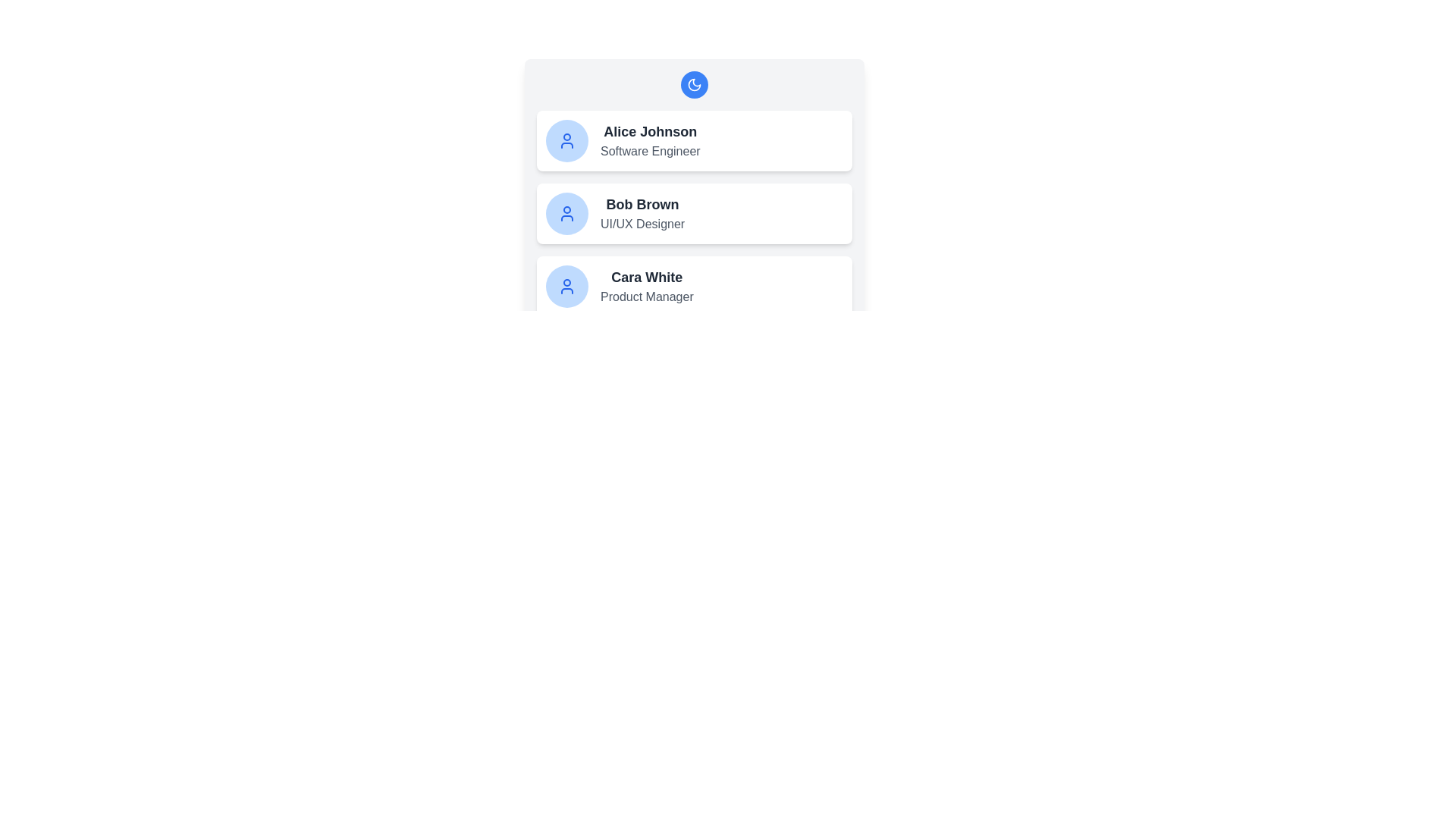 The width and height of the screenshot is (1456, 819). What do you see at coordinates (642, 224) in the screenshot?
I see `the 'UI/UX Designer' text label, which is styled in gray and positioned below the name 'Bob Brown' on the second user profile card` at bounding box center [642, 224].